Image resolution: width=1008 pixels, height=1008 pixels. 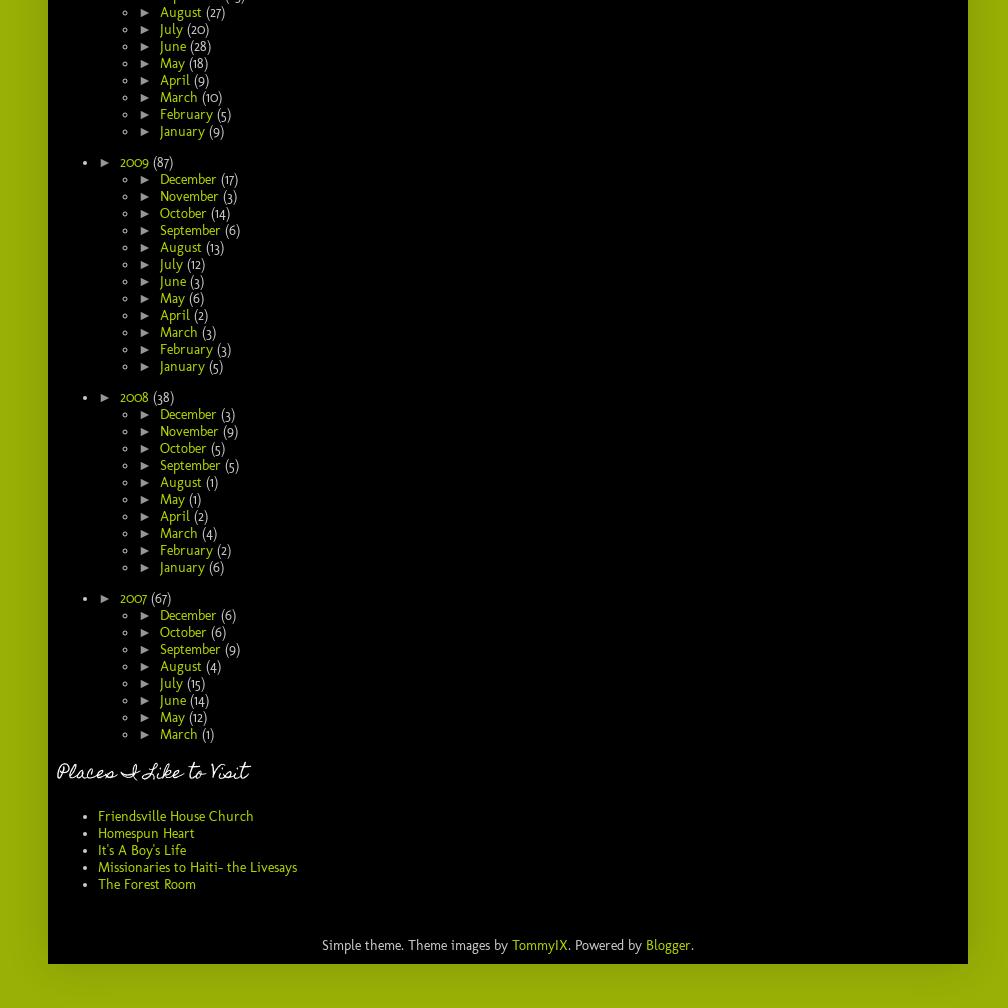 What do you see at coordinates (607, 944) in the screenshot?
I see `'. Powered by'` at bounding box center [607, 944].